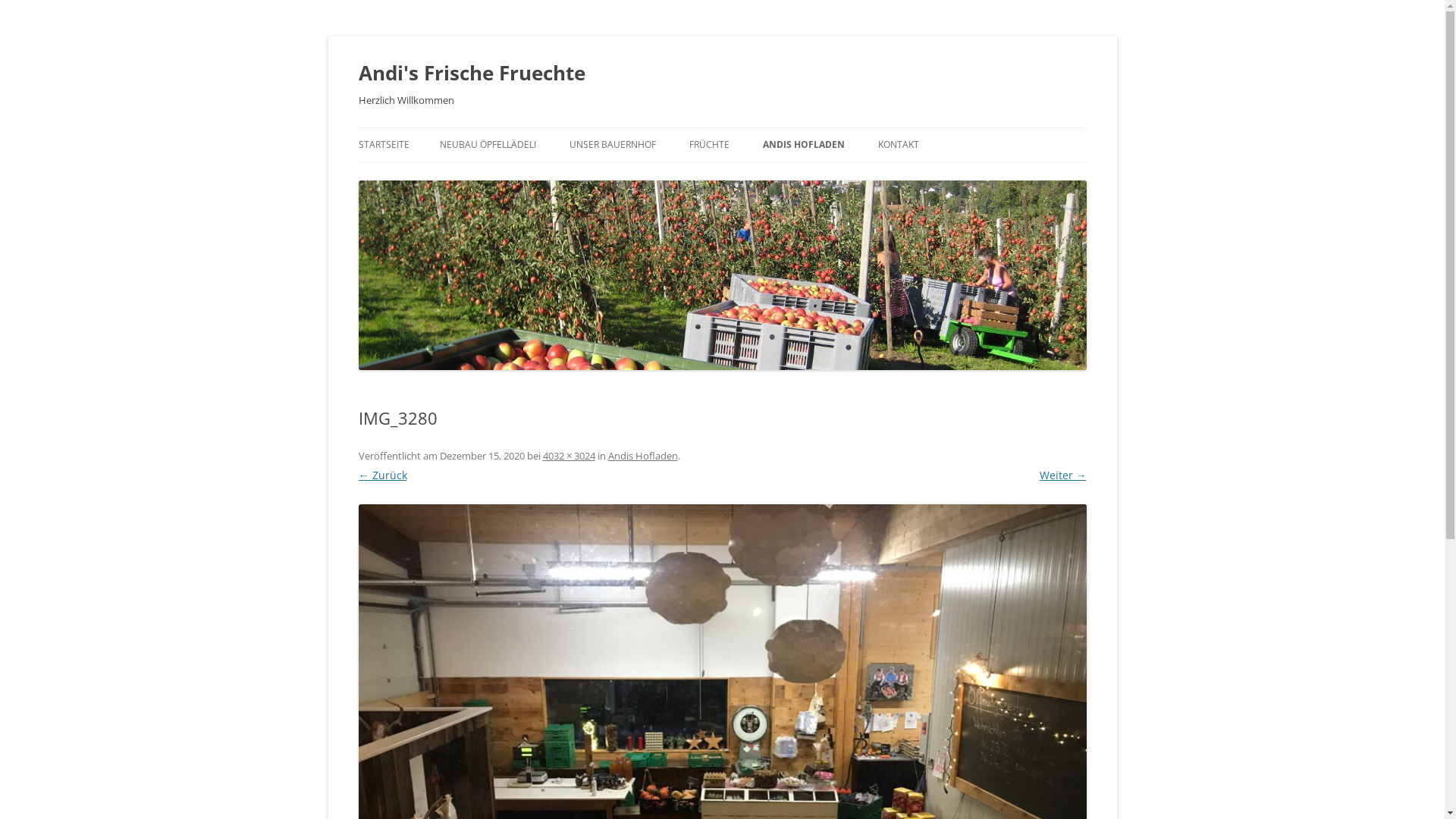  What do you see at coordinates (383, 145) in the screenshot?
I see `'STARTSEITE'` at bounding box center [383, 145].